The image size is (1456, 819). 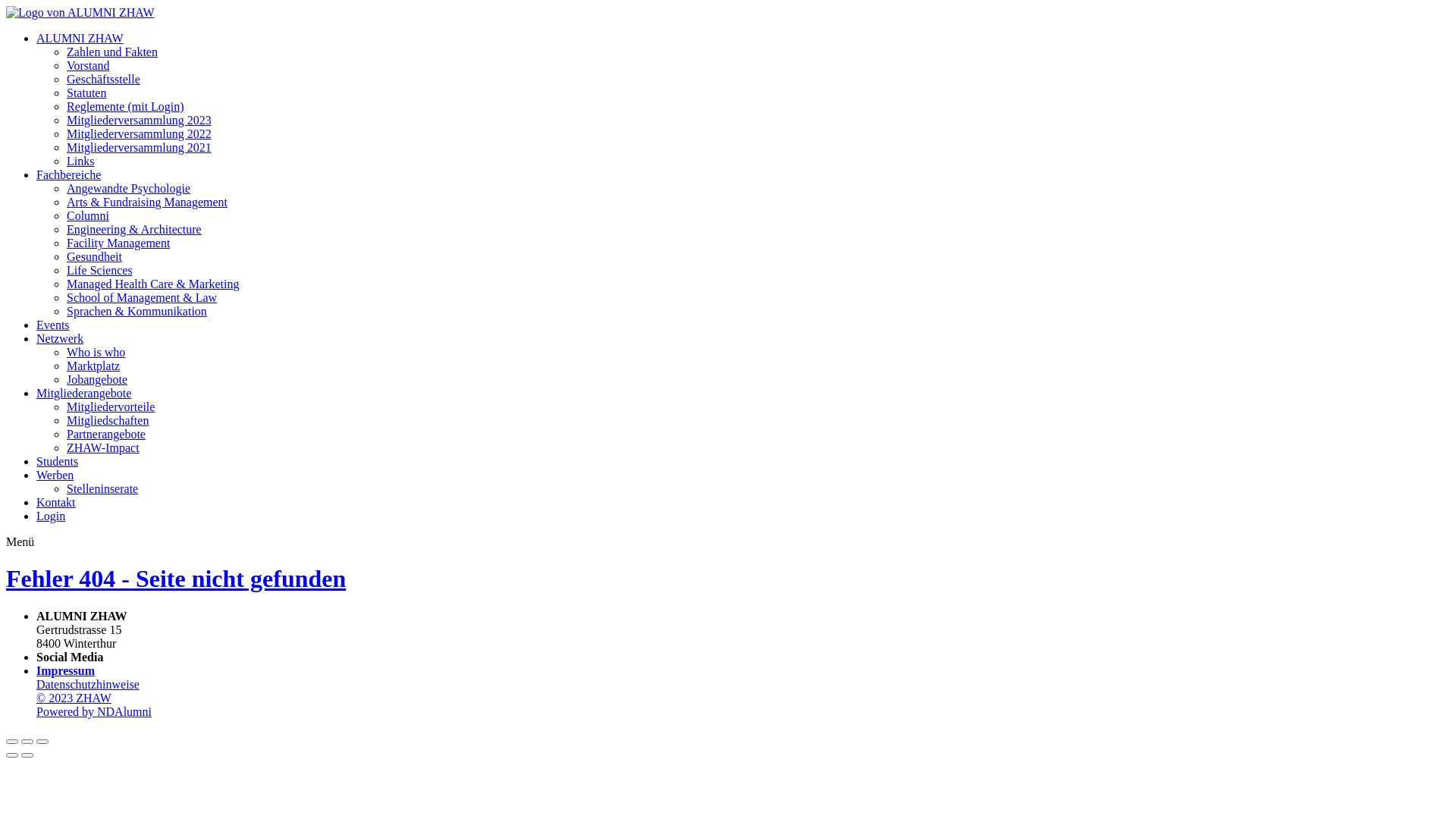 What do you see at coordinates (6, 755) in the screenshot?
I see `'Vorheriges Bild'` at bounding box center [6, 755].